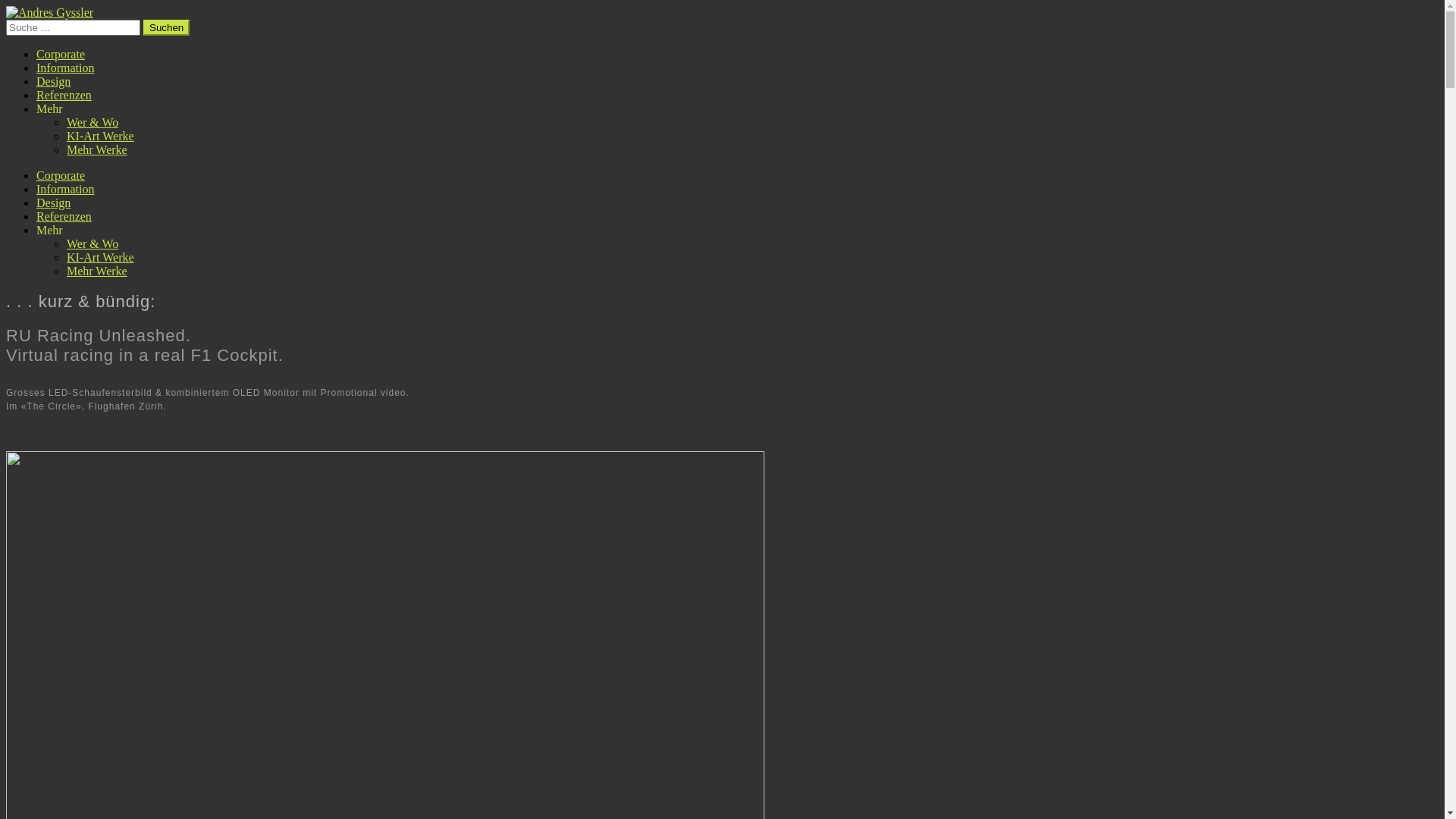 This screenshot has height=819, width=1456. I want to click on 'KI-Art Werke', so click(65, 256).